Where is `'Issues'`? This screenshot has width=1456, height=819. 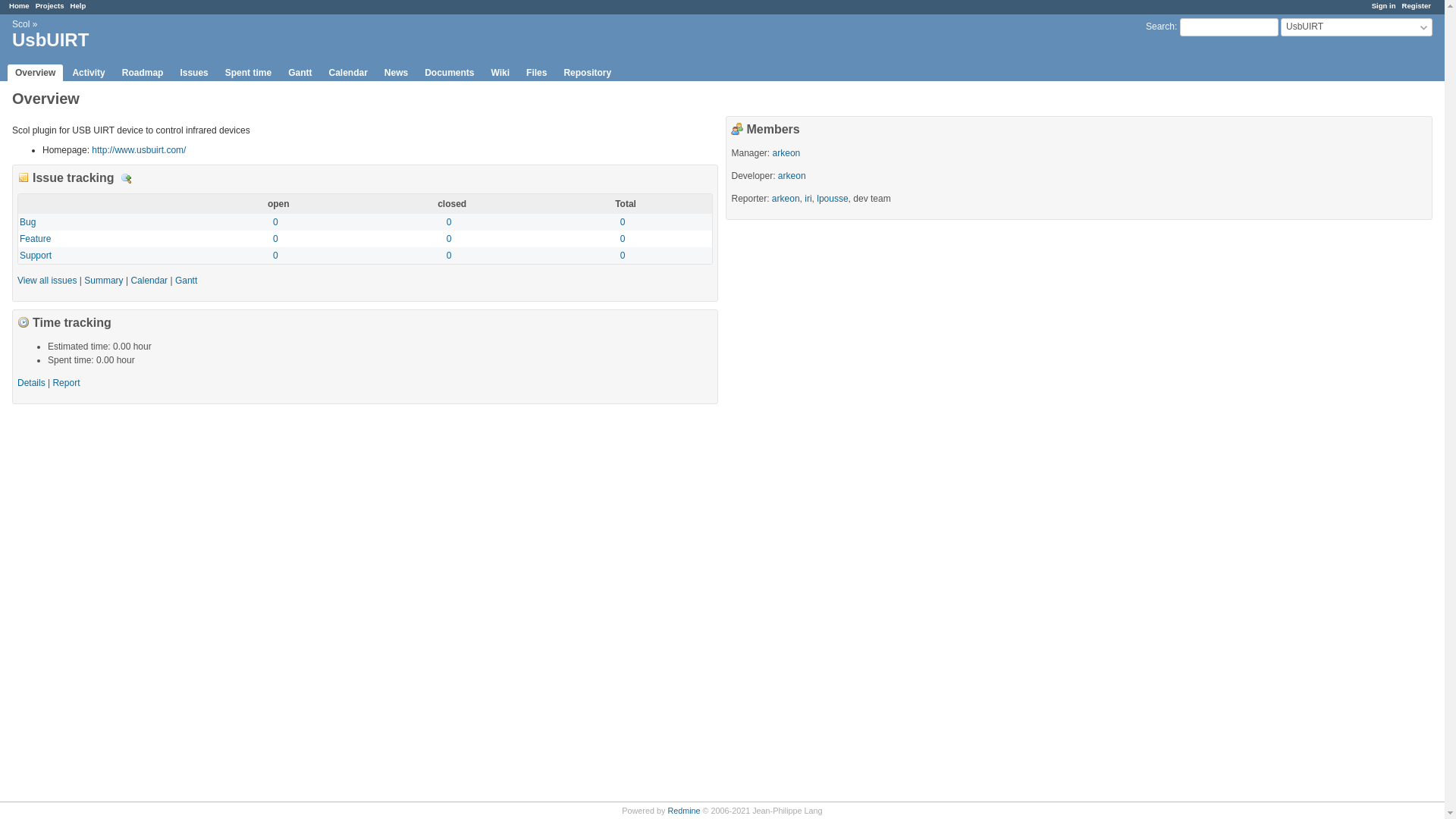
'Issues' is located at coordinates (193, 73).